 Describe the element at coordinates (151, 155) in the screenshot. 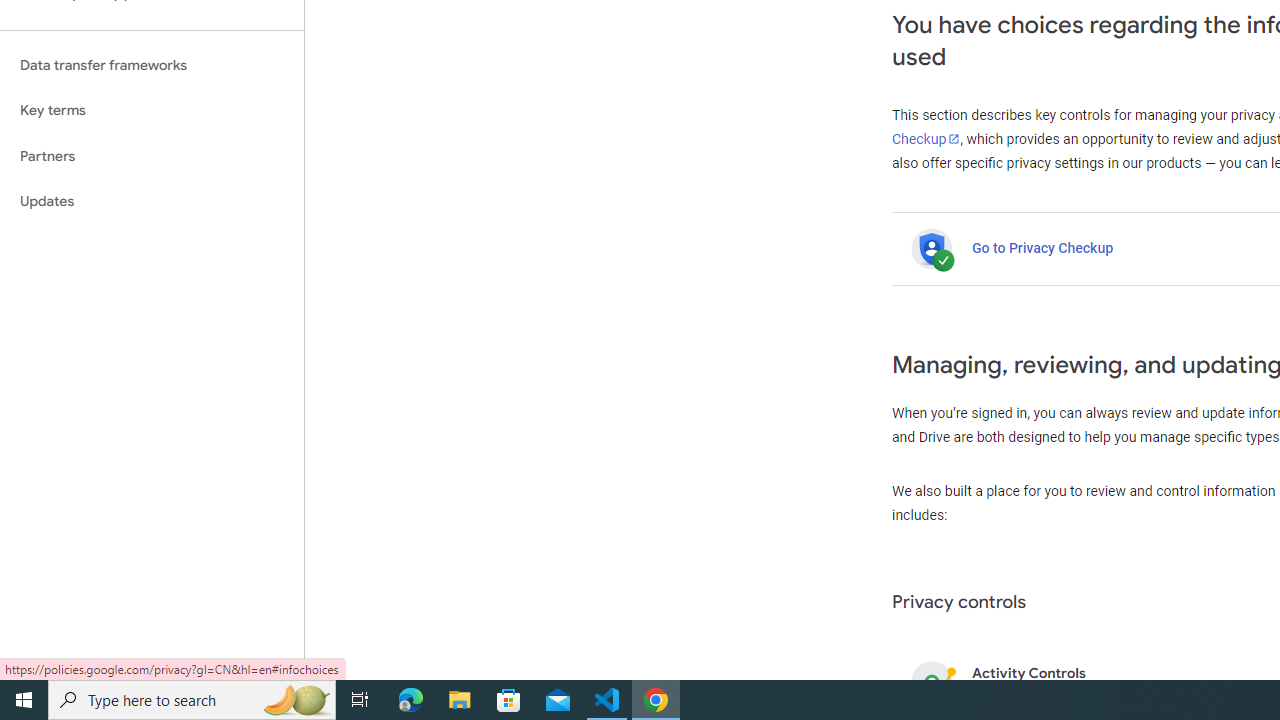

I see `'Partners'` at that location.